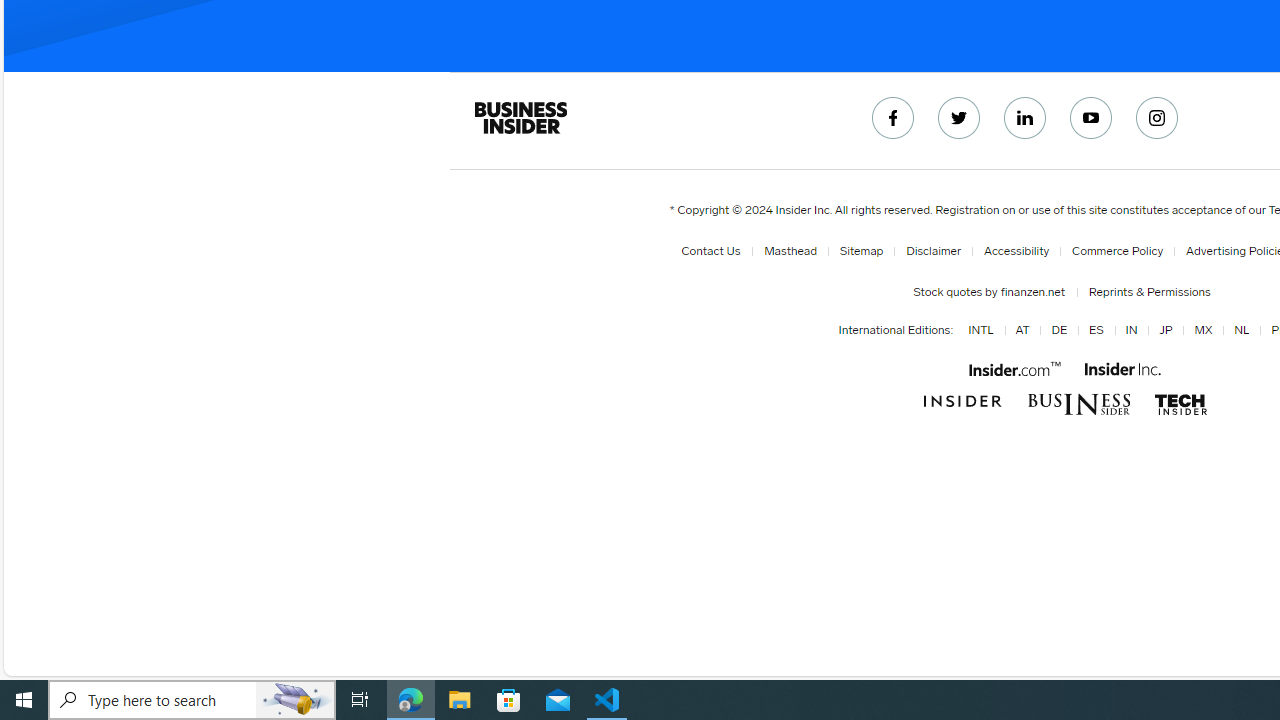  What do you see at coordinates (963, 402) in the screenshot?
I see `'Click to visit Business Insider'` at bounding box center [963, 402].